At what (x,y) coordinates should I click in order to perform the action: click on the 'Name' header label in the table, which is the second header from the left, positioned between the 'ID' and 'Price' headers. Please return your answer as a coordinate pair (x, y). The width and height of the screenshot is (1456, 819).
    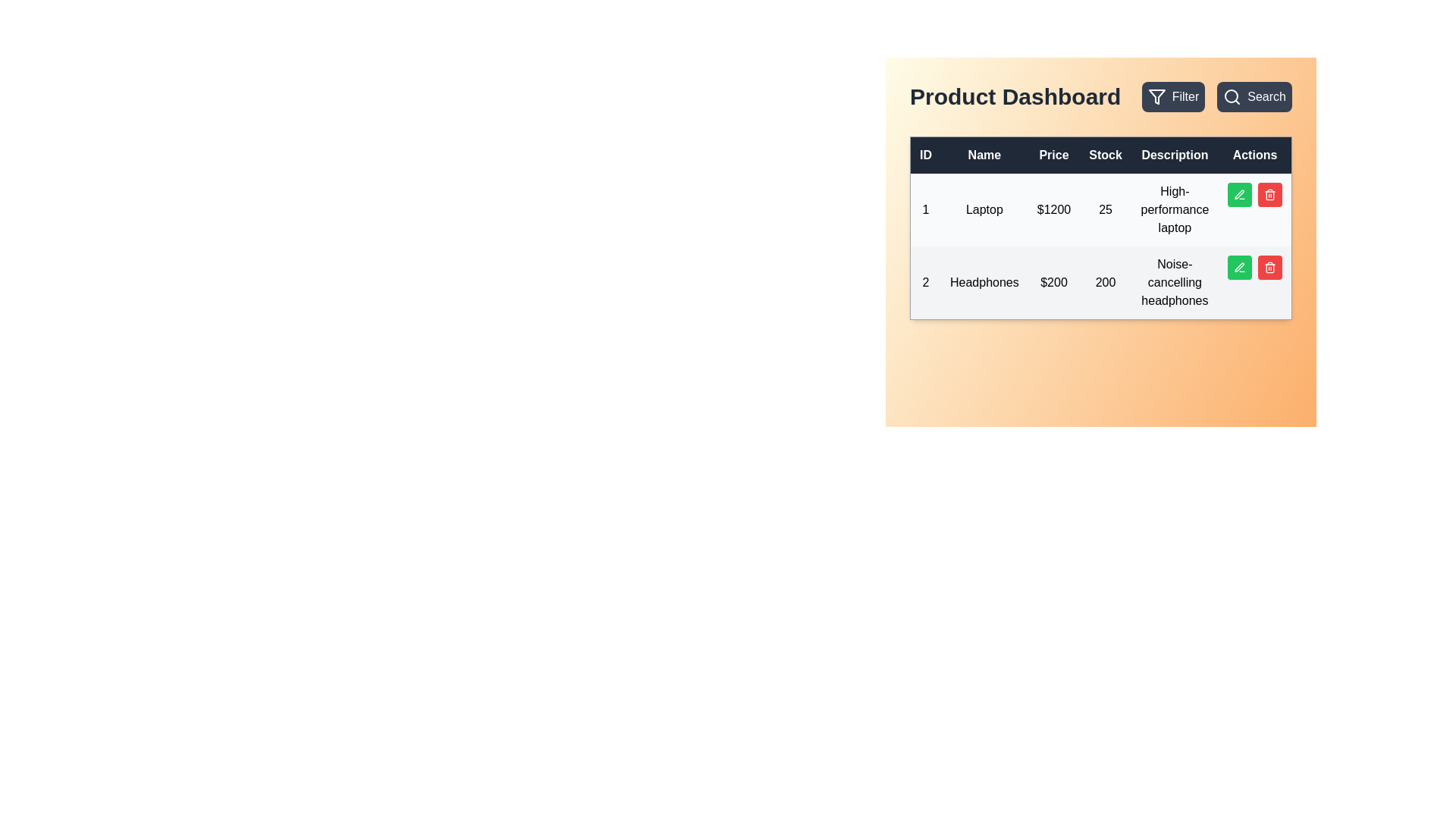
    Looking at the image, I should click on (984, 155).